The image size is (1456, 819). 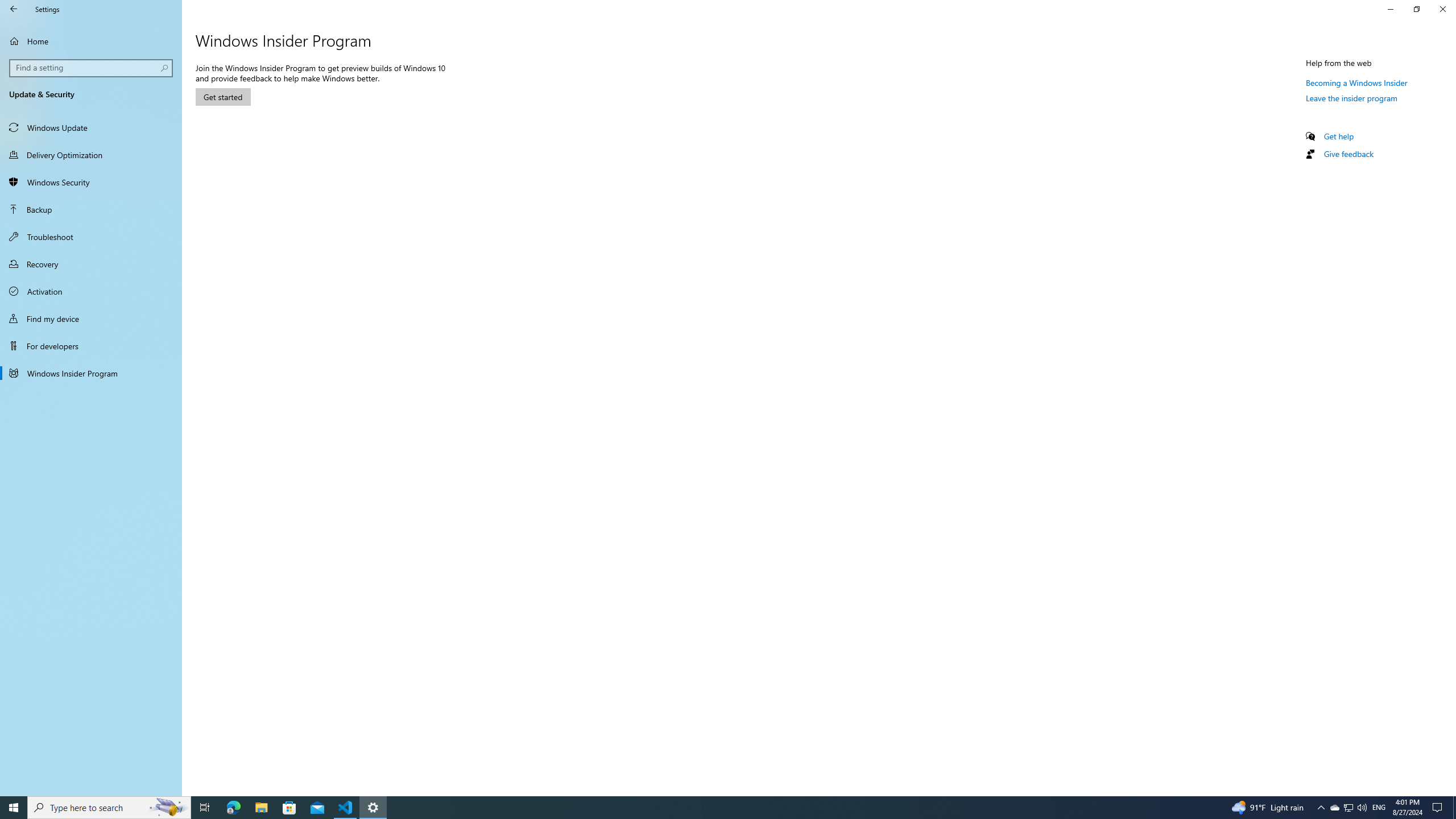 What do you see at coordinates (90, 236) in the screenshot?
I see `'Troubleshoot'` at bounding box center [90, 236].